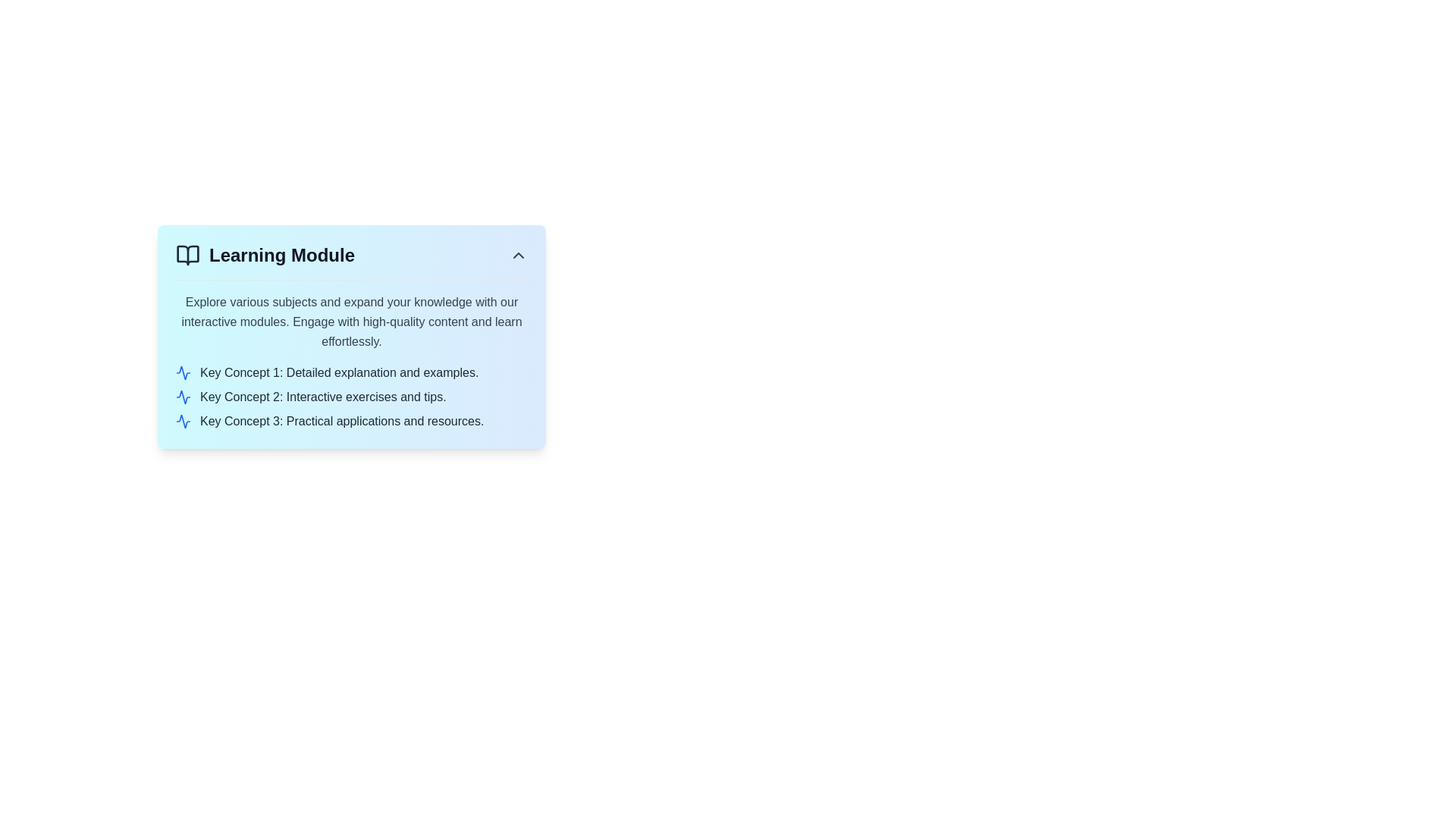  Describe the element at coordinates (182, 421) in the screenshot. I see `the icon associated with 'Key Concept 3: Practical applications and resources', which is located to the left of the corresponding text` at that location.